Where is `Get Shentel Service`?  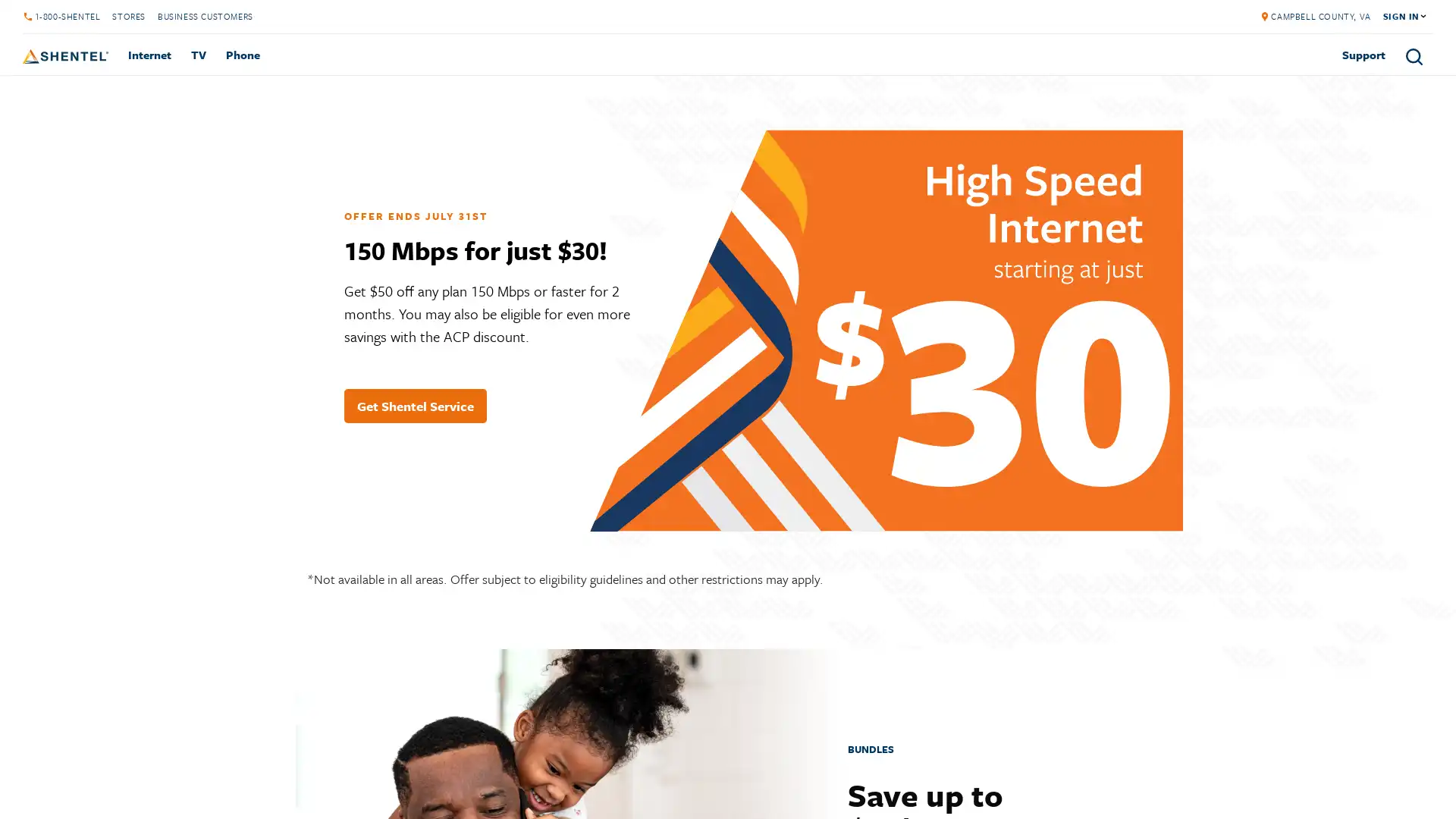 Get Shentel Service is located at coordinates (415, 405).